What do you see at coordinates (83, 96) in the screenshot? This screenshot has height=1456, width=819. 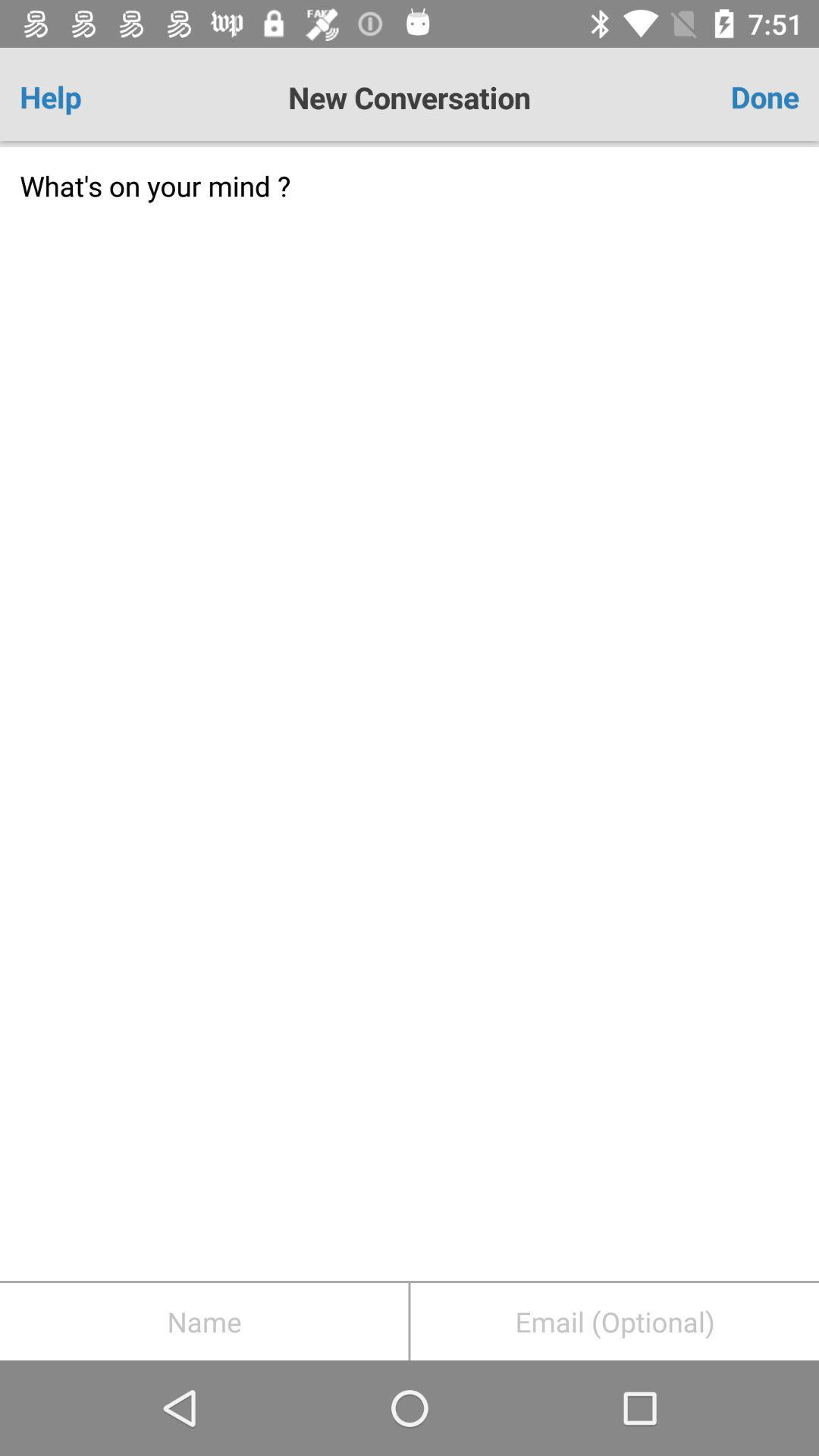 I see `help` at bounding box center [83, 96].